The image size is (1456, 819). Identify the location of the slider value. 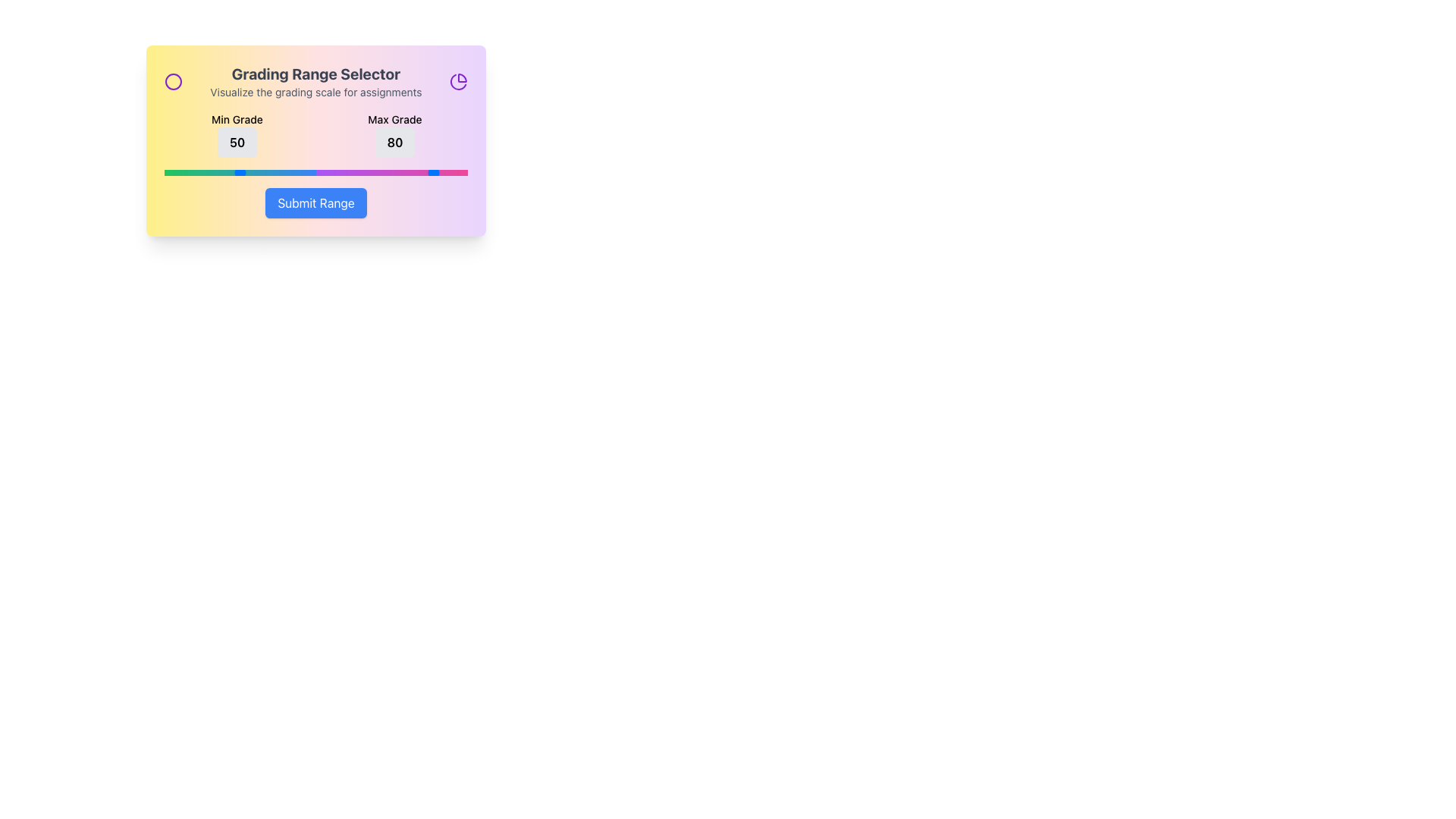
(457, 171).